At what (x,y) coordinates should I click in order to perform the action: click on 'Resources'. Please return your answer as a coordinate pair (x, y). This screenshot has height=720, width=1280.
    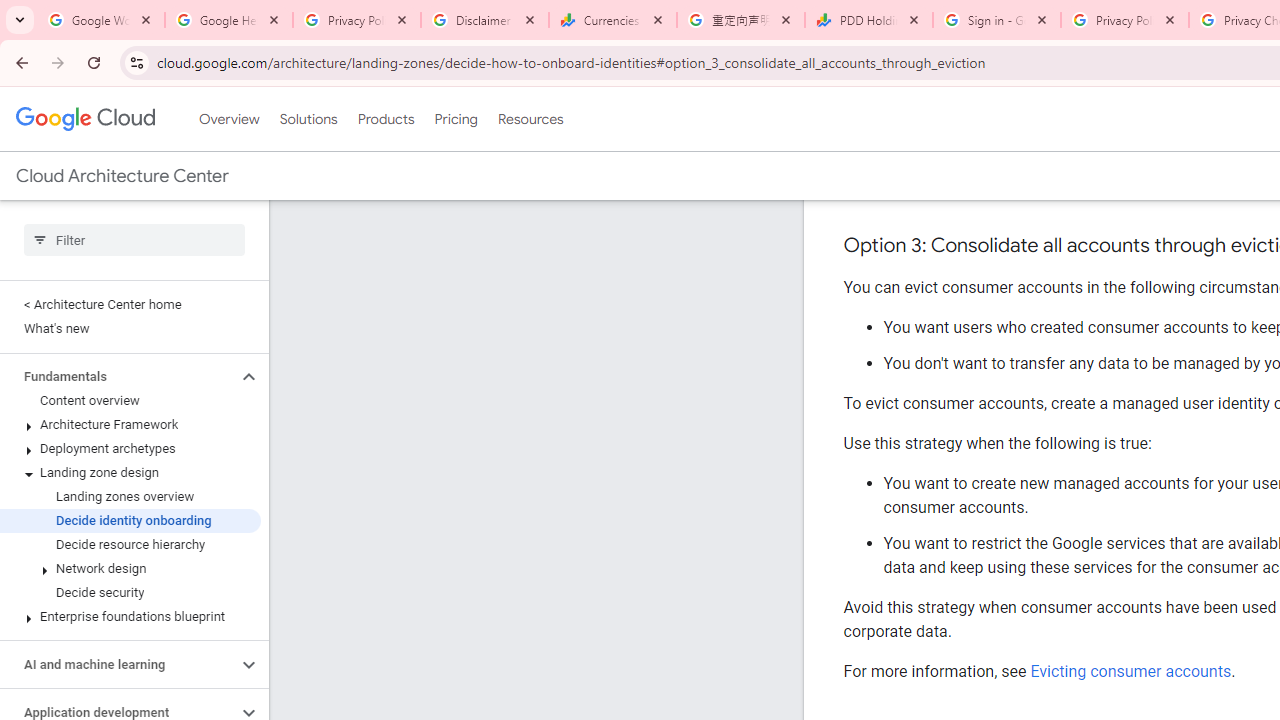
    Looking at the image, I should click on (530, 119).